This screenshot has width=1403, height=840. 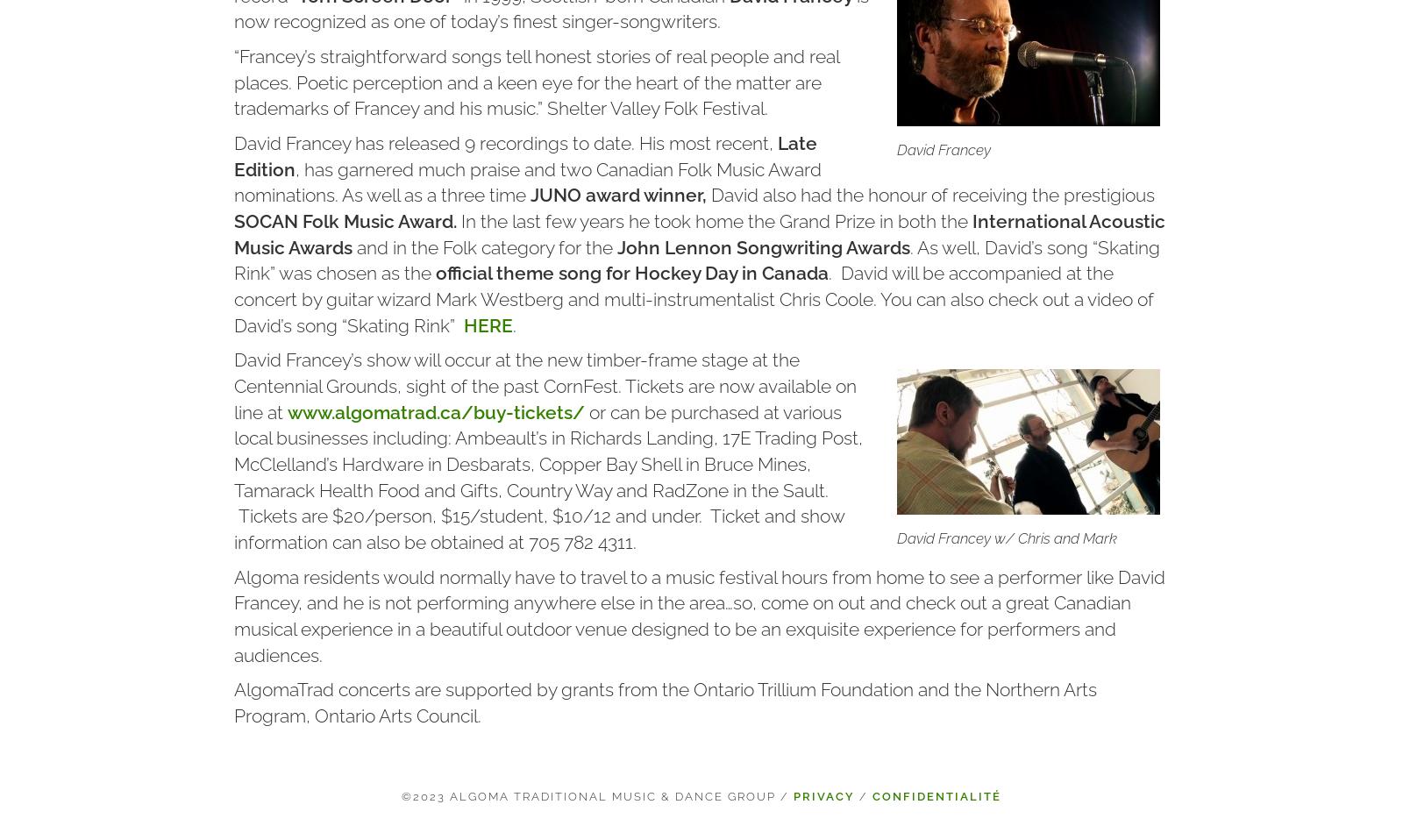 What do you see at coordinates (597, 796) in the screenshot?
I see `'©2023 Algoma Traditional Music & Dance Group /'` at bounding box center [597, 796].